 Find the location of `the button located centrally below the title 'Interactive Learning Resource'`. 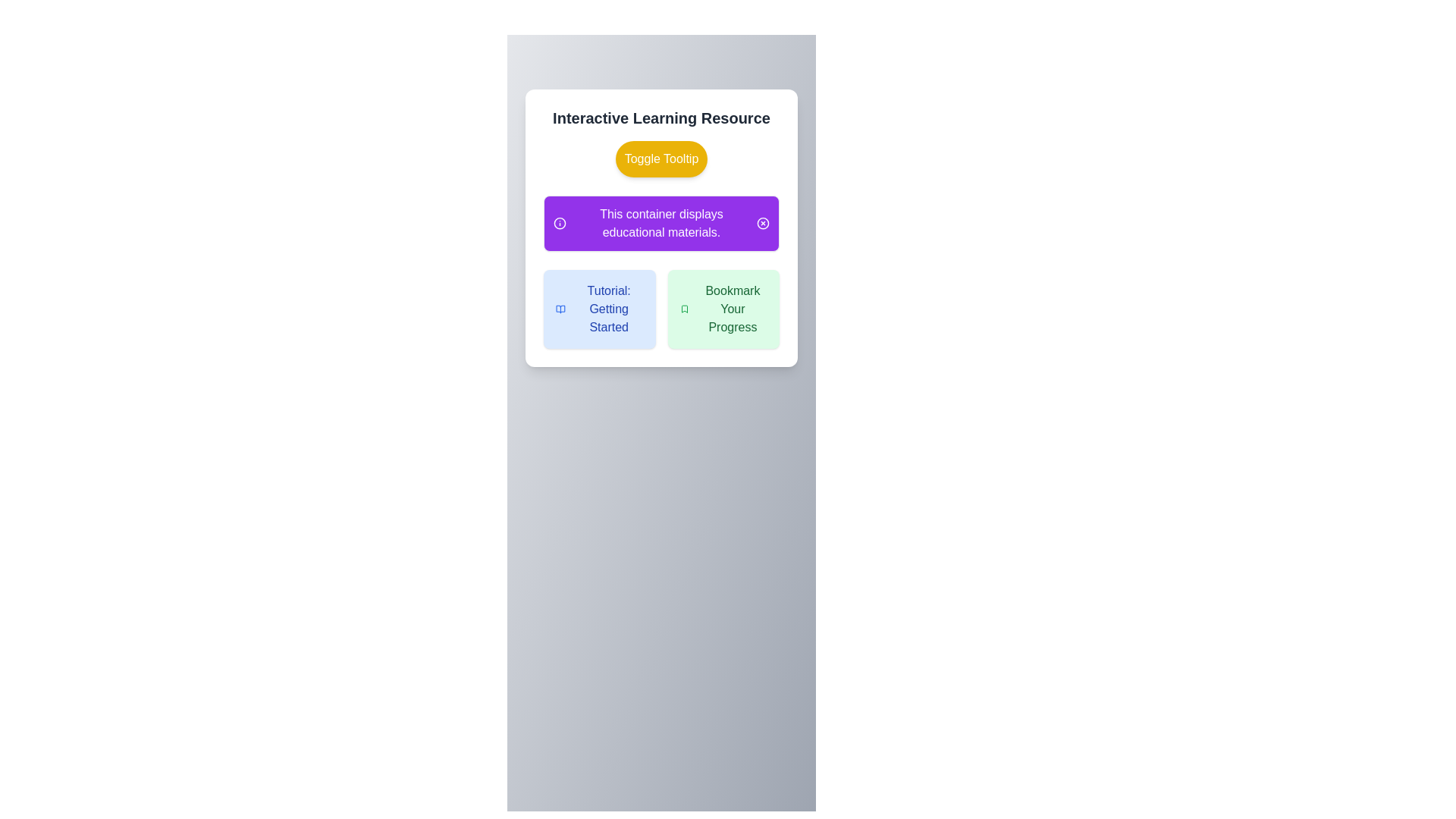

the button located centrally below the title 'Interactive Learning Resource' is located at coordinates (661, 158).